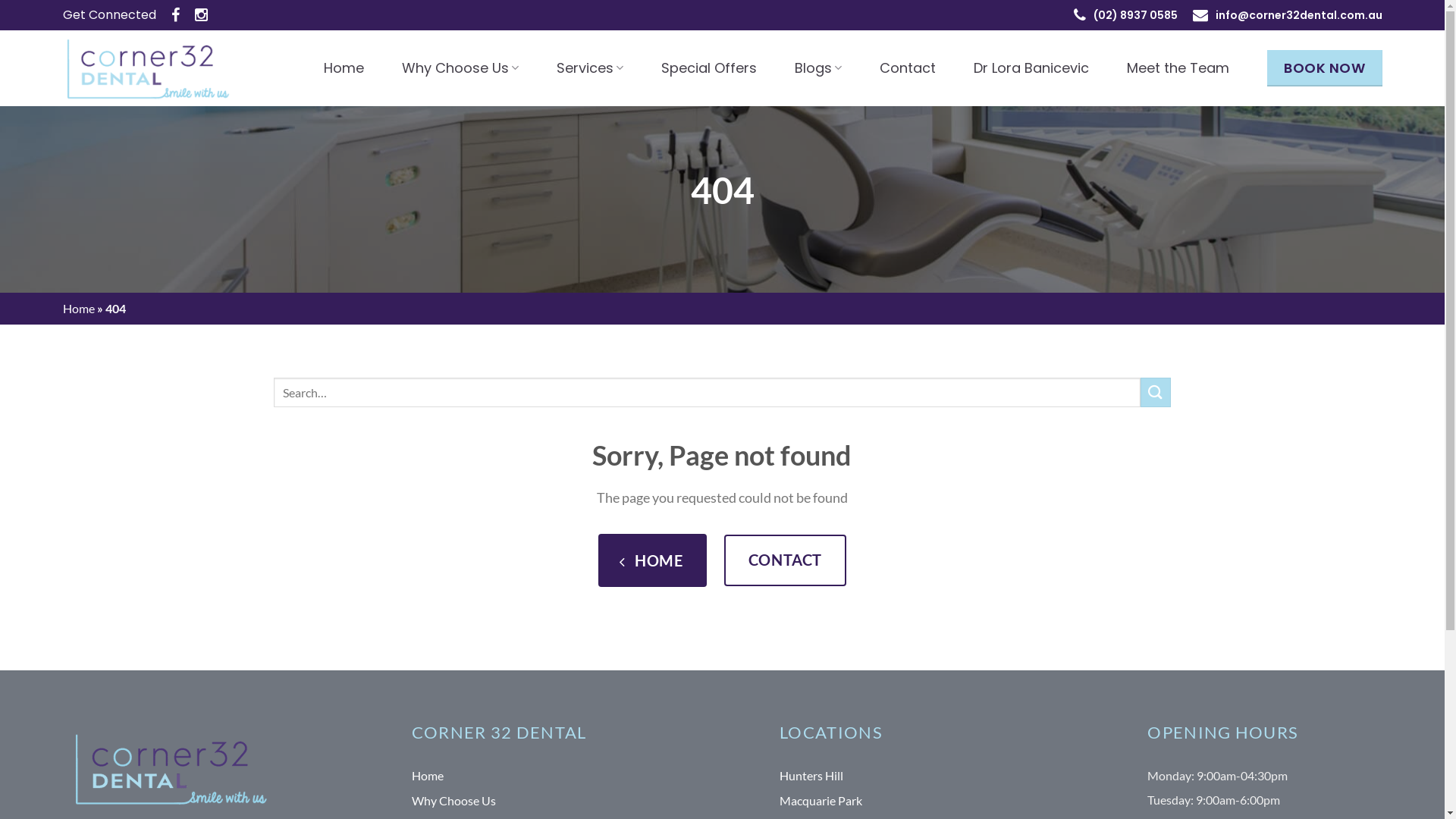 This screenshot has height=819, width=1456. Describe the element at coordinates (427, 776) in the screenshot. I see `'Home'` at that location.